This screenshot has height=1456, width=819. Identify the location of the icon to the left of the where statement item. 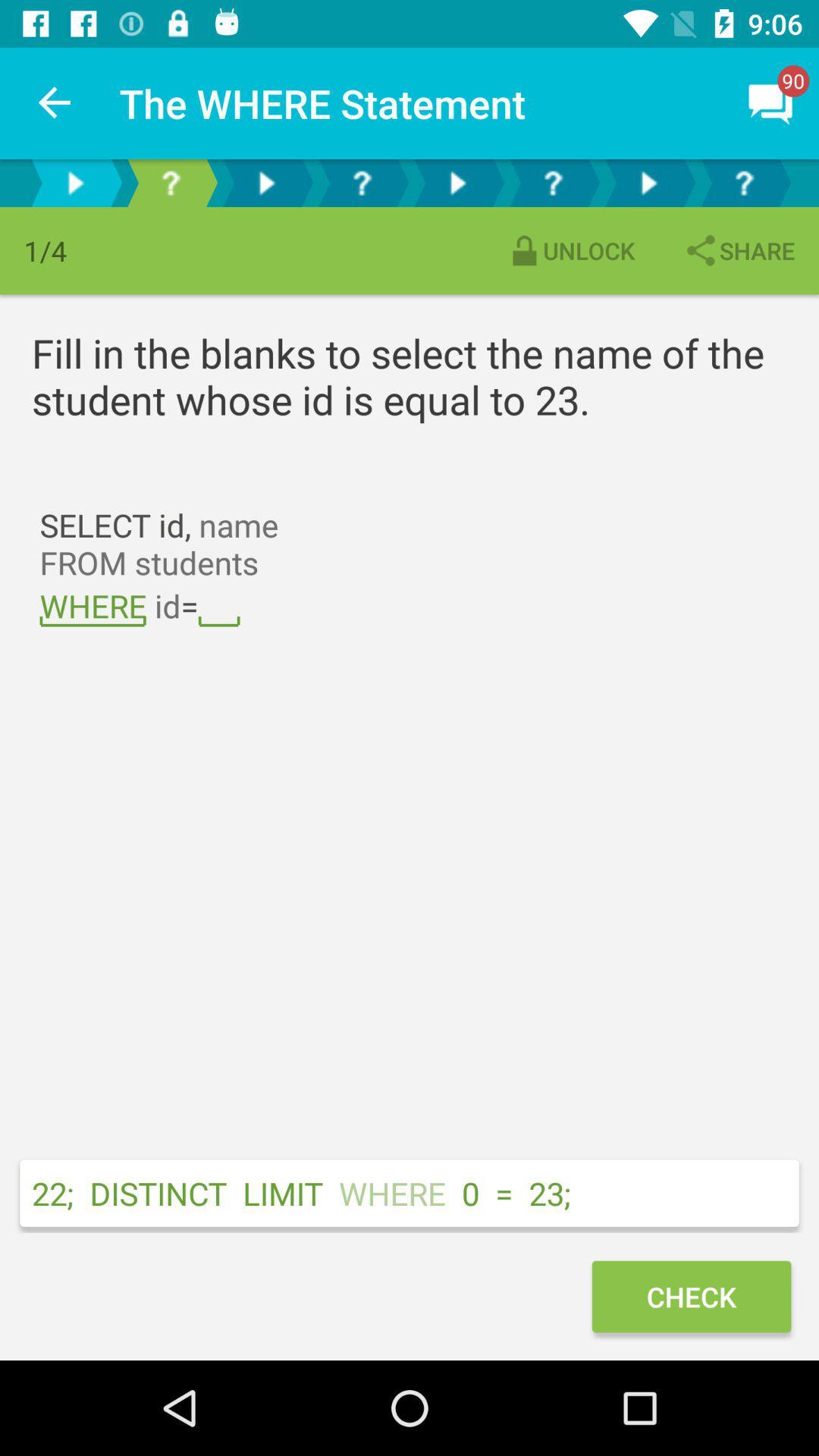
(55, 102).